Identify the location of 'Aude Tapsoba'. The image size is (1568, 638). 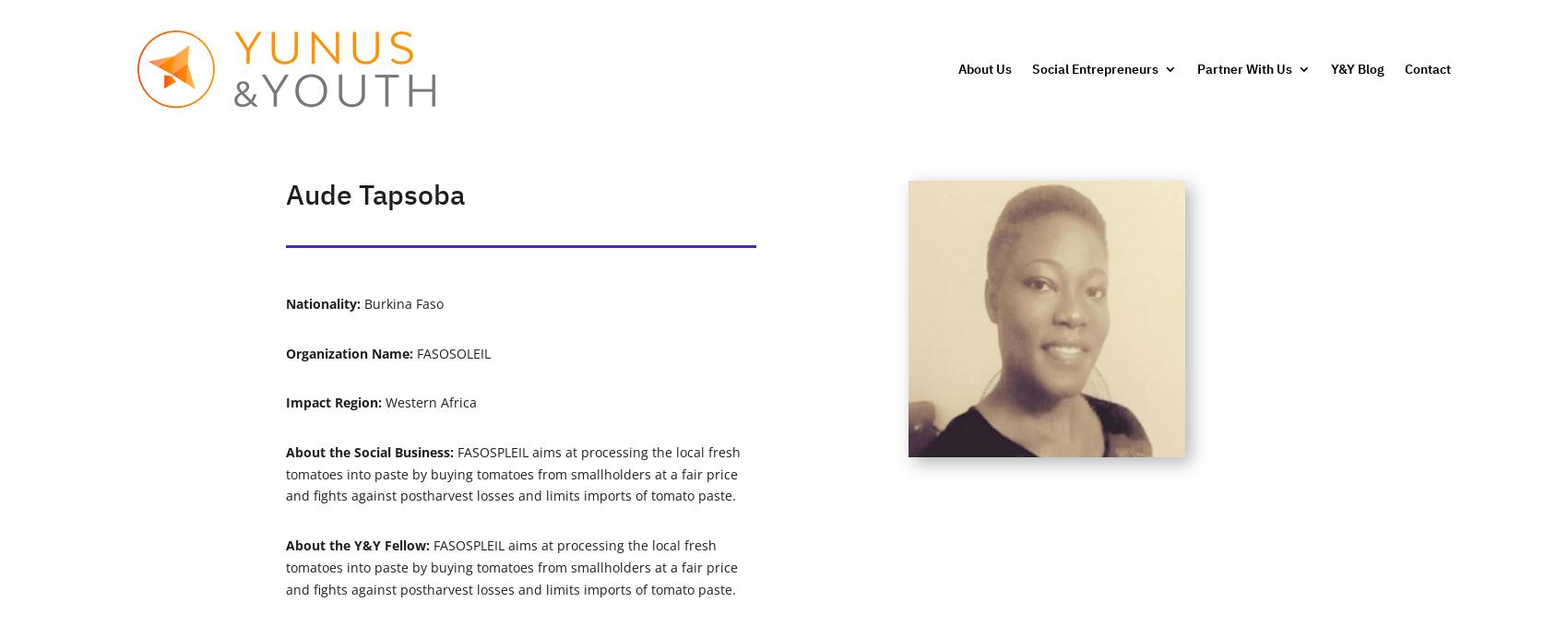
(374, 194).